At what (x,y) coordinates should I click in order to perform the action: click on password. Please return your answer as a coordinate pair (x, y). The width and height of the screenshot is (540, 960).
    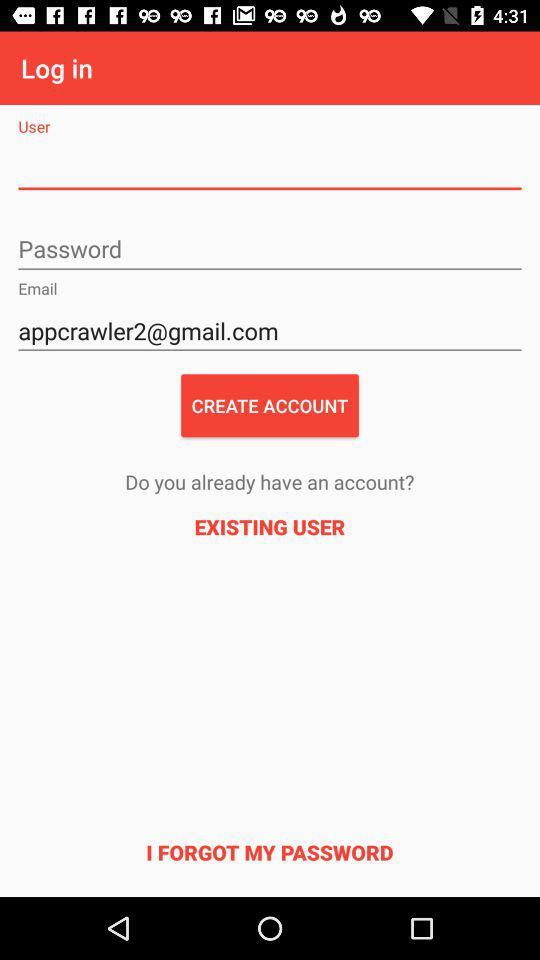
    Looking at the image, I should click on (270, 249).